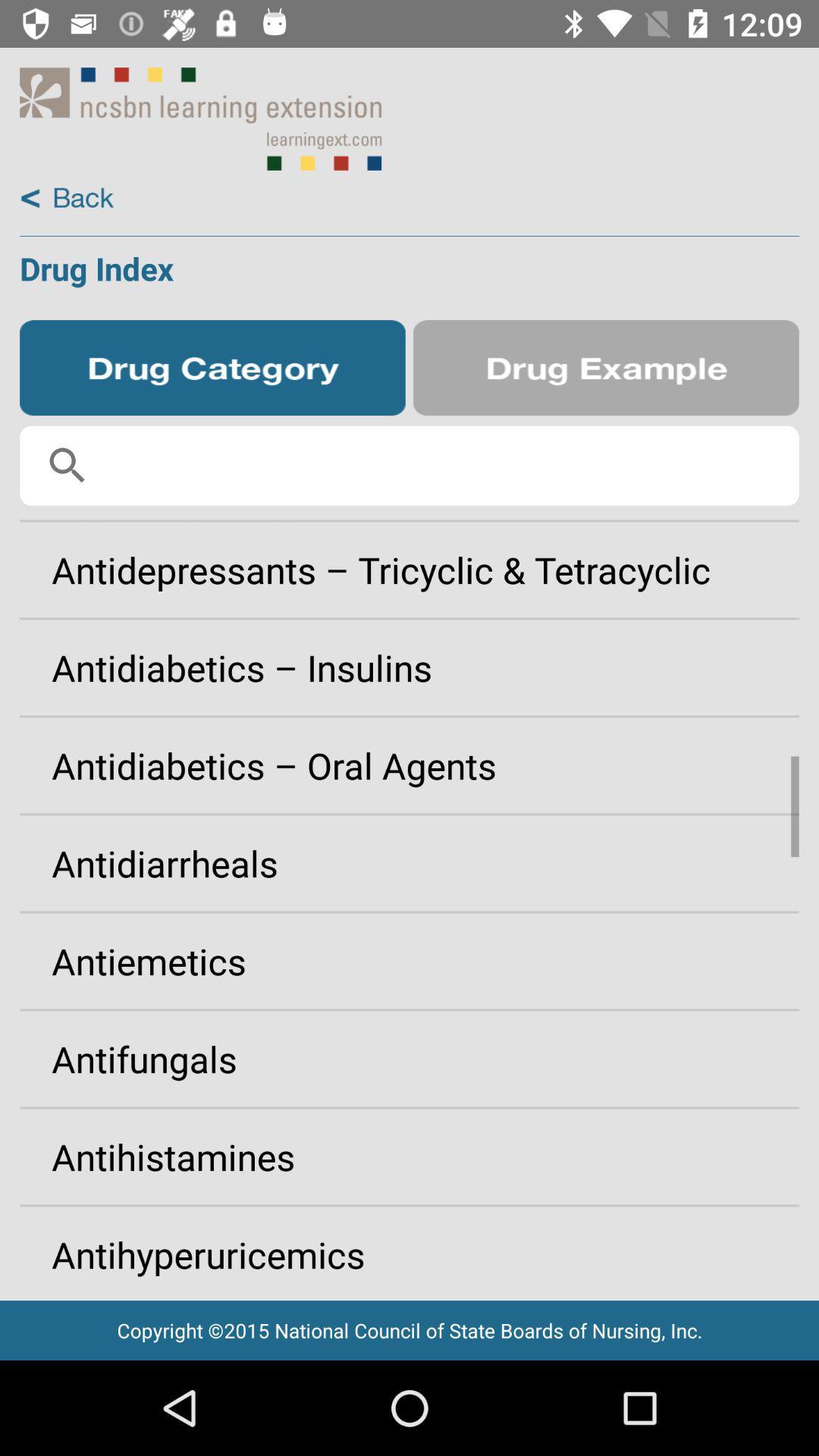  I want to click on item below the antidiarrheals item, so click(409, 960).